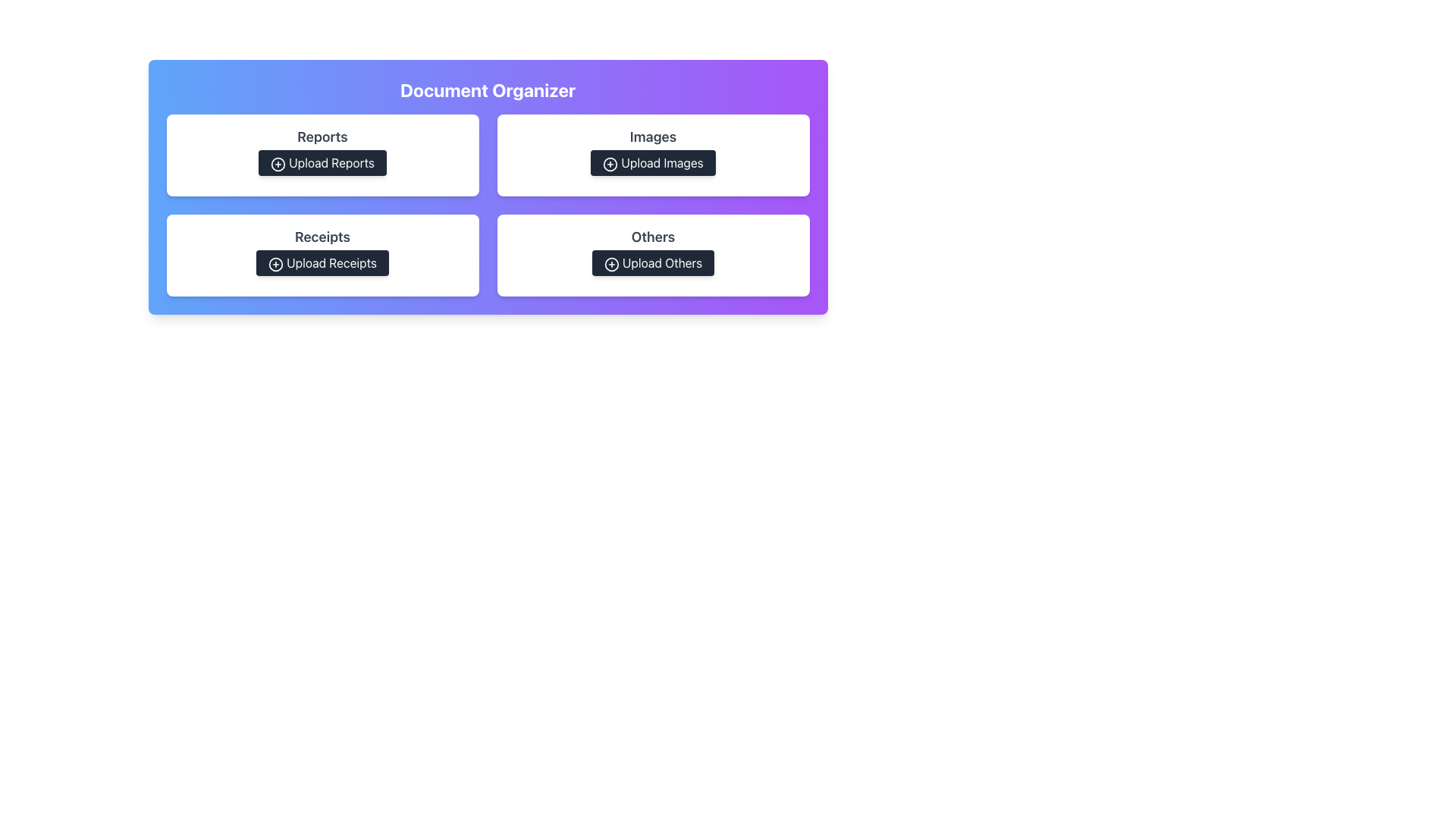 The height and width of the screenshot is (819, 1456). What do you see at coordinates (653, 155) in the screenshot?
I see `the upload button on the second card in the grid layout, which allows users to upload image files` at bounding box center [653, 155].